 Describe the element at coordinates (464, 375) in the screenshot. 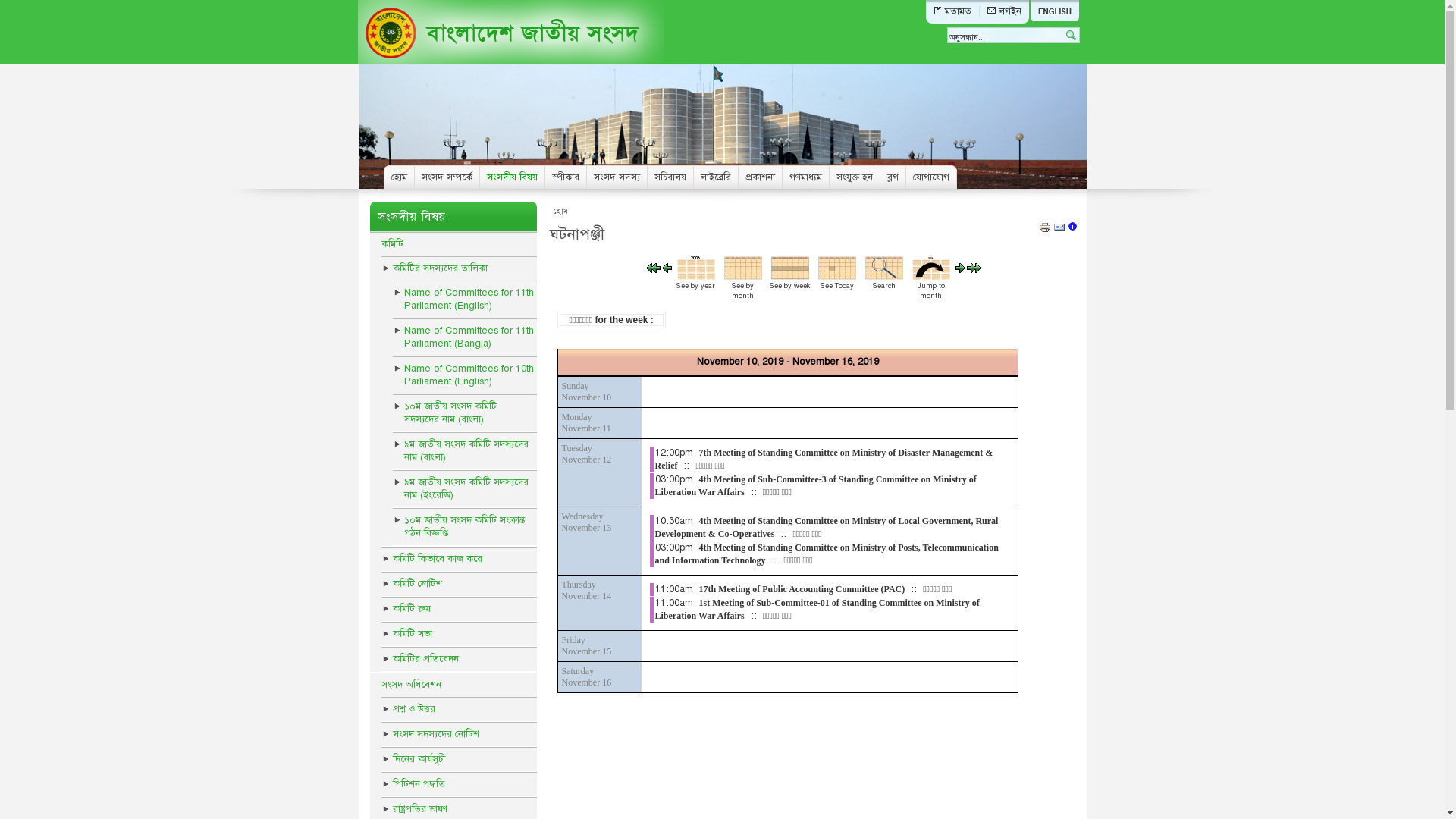

I see `'Name of Committees for 10th Parliament (English)'` at that location.